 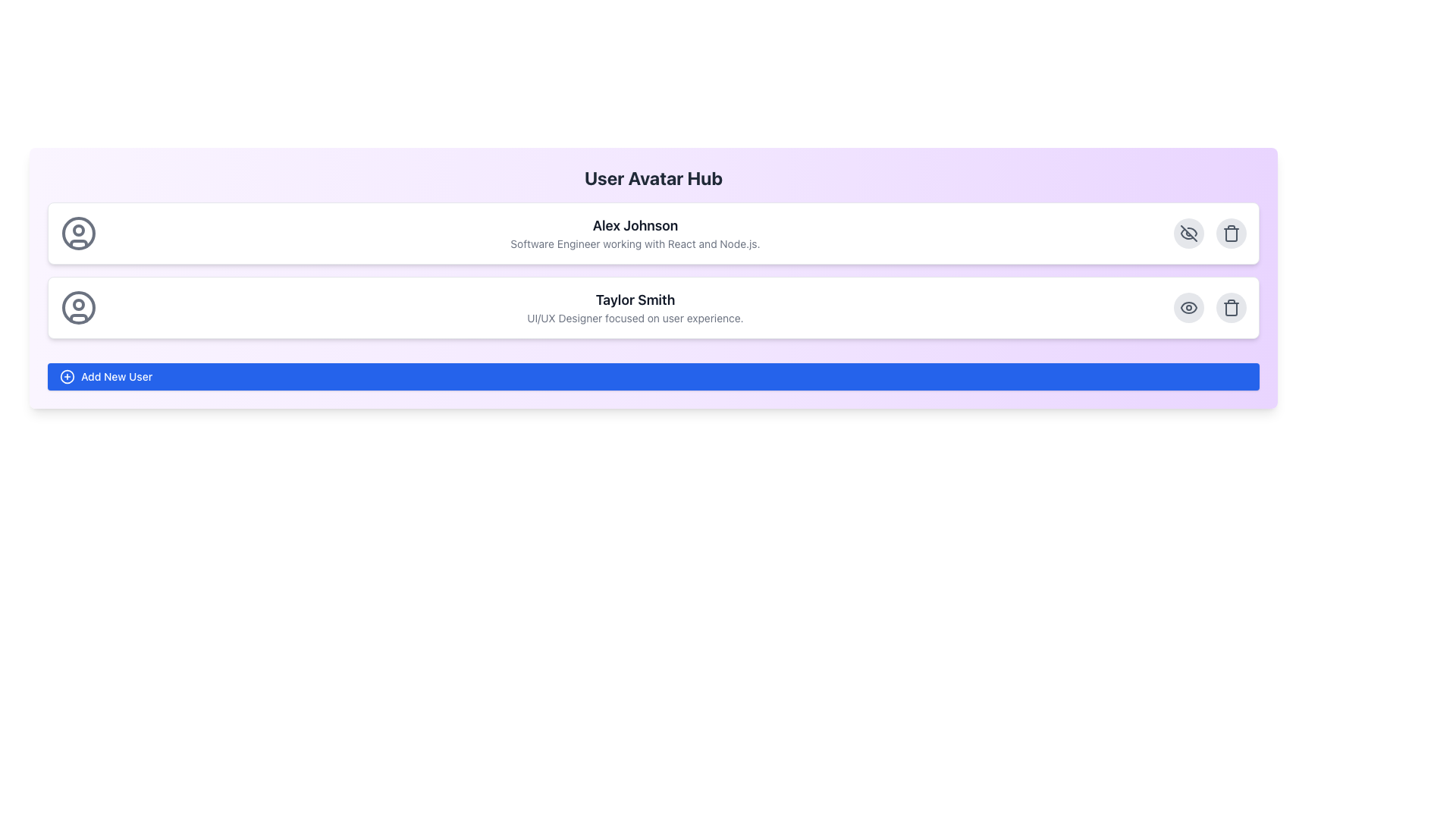 What do you see at coordinates (78, 231) in the screenshot?
I see `the graphical icon component located at the center-top of the avatar icon for the user 'Alex Johnson'` at bounding box center [78, 231].